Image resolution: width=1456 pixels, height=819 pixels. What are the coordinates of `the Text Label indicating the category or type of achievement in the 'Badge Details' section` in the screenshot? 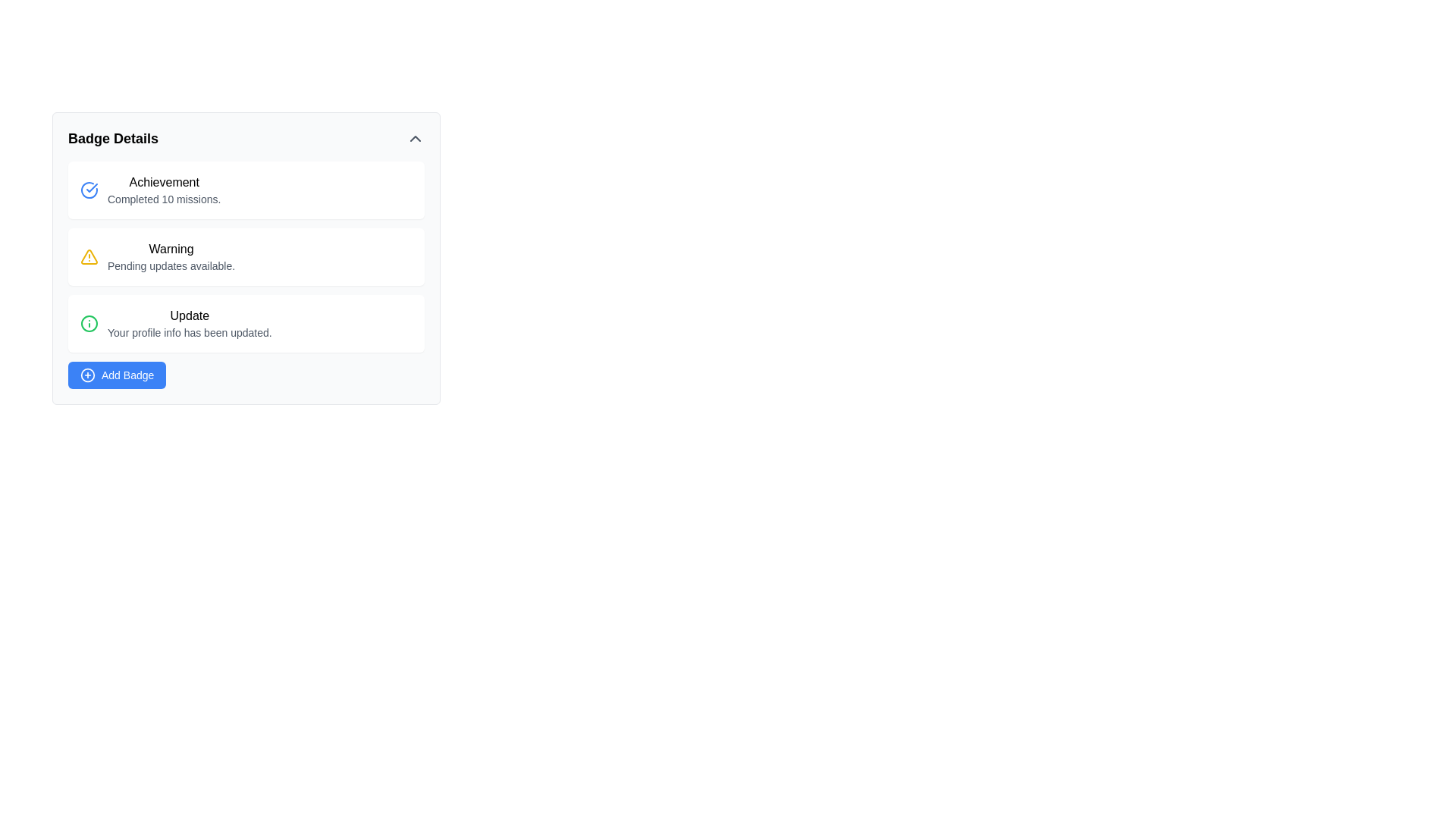 It's located at (164, 181).